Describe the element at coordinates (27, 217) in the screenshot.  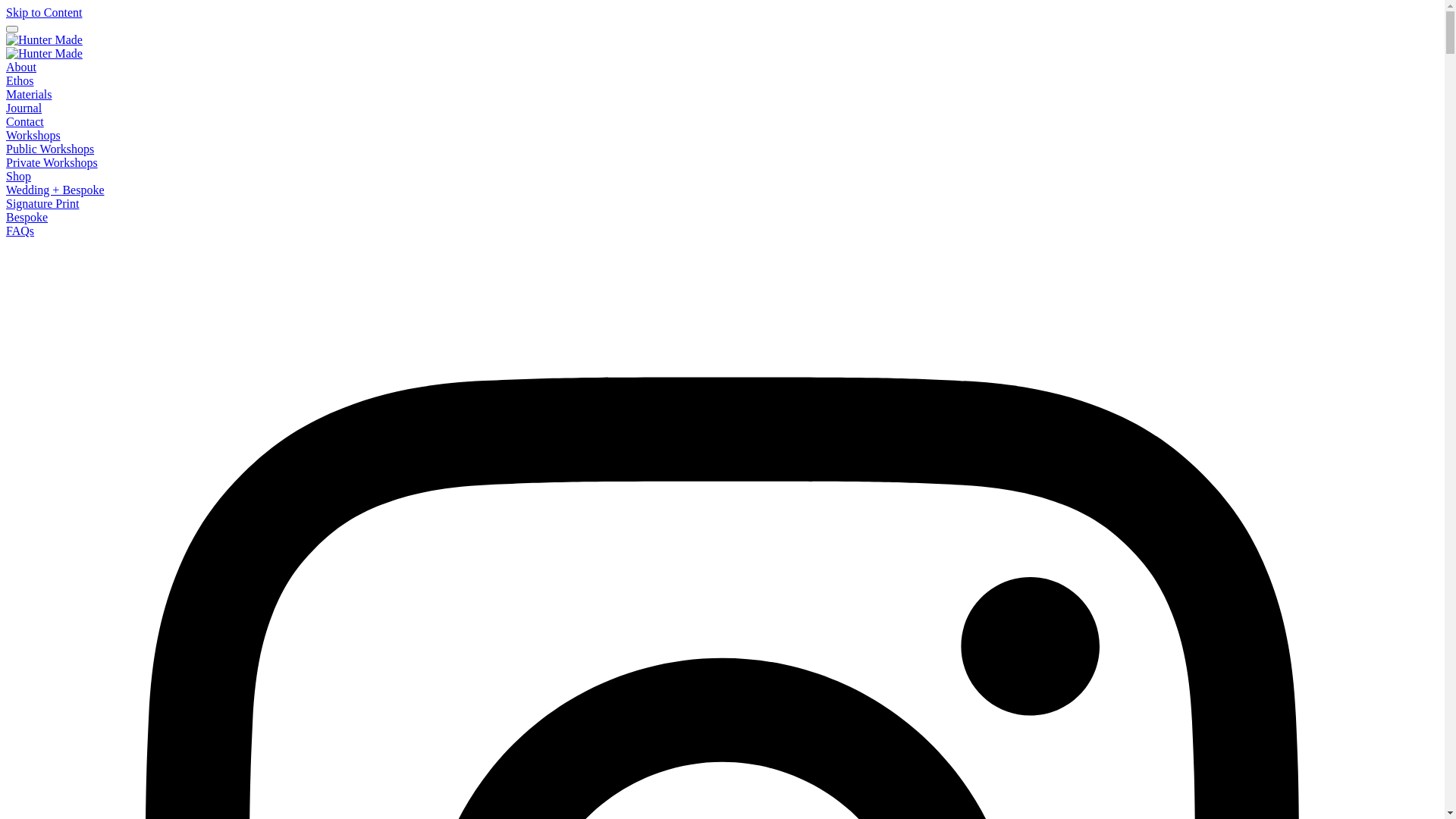
I see `'Bespoke'` at that location.